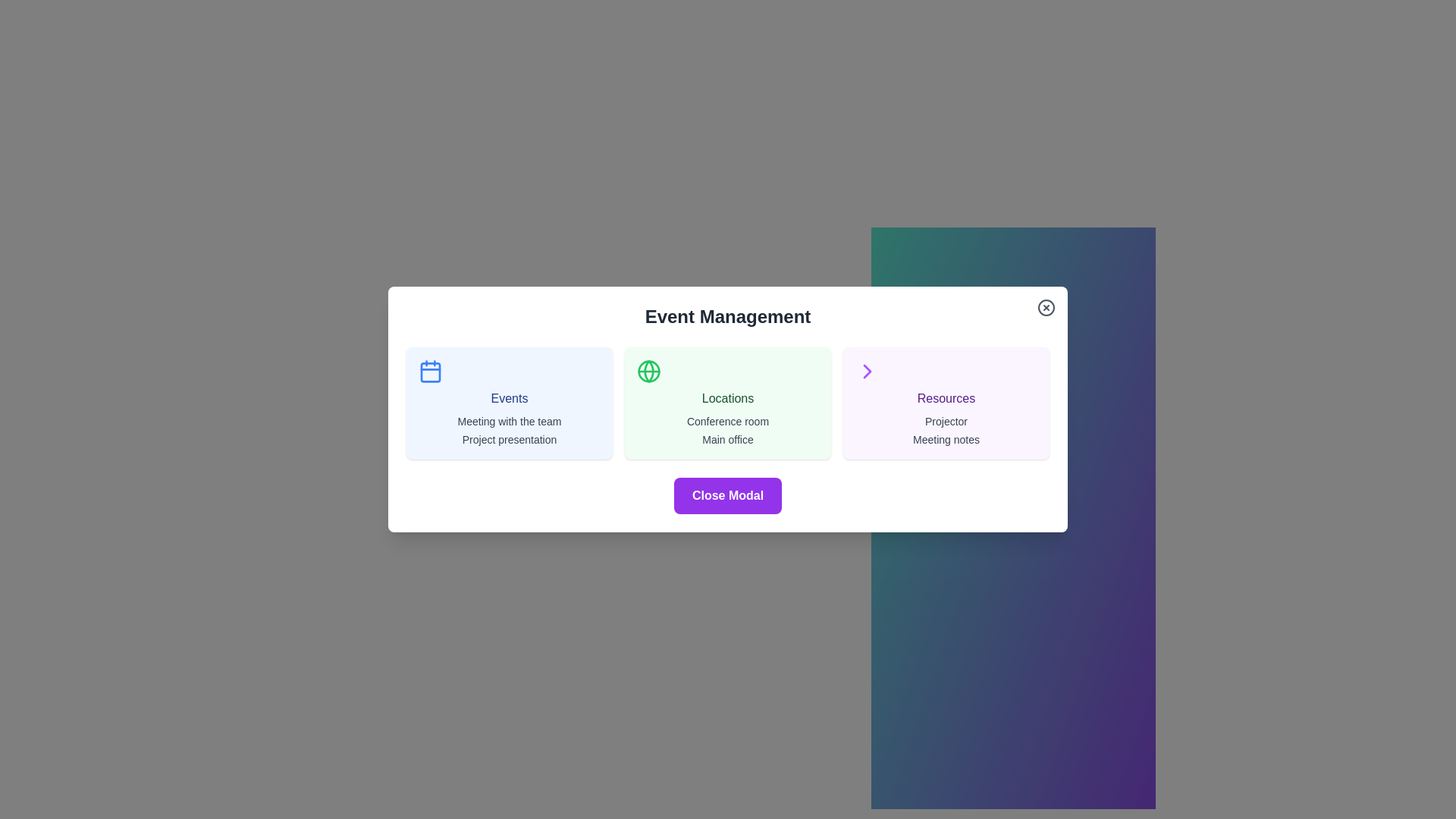 This screenshot has height=819, width=1456. What do you see at coordinates (510, 439) in the screenshot?
I see `text displayed in the second line of the 'Events' card, which is positioned directly below 'Meeting with the team' and relates to 'Projects'` at bounding box center [510, 439].